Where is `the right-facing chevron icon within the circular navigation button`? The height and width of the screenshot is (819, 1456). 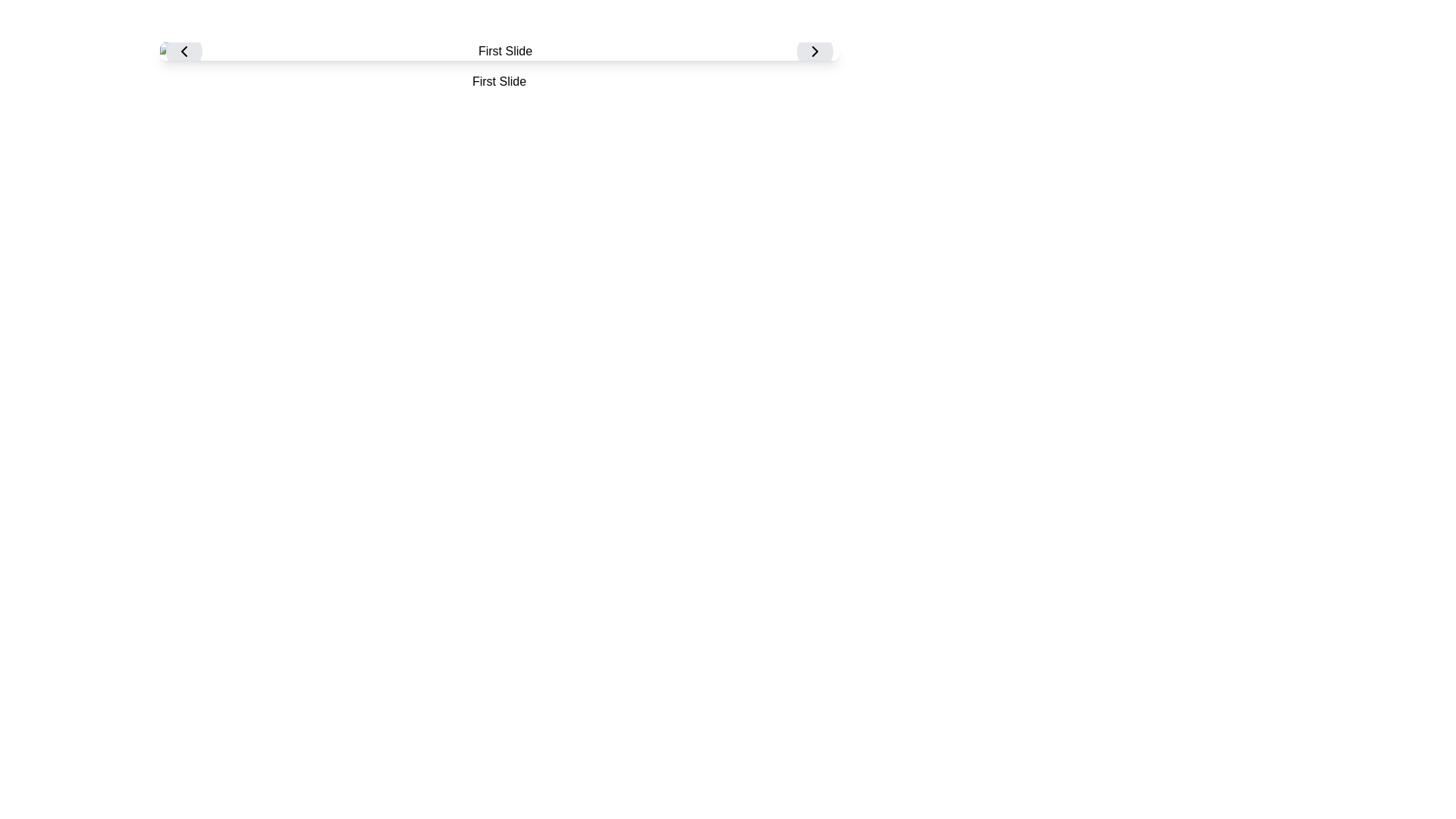 the right-facing chevron icon within the circular navigation button is located at coordinates (814, 51).